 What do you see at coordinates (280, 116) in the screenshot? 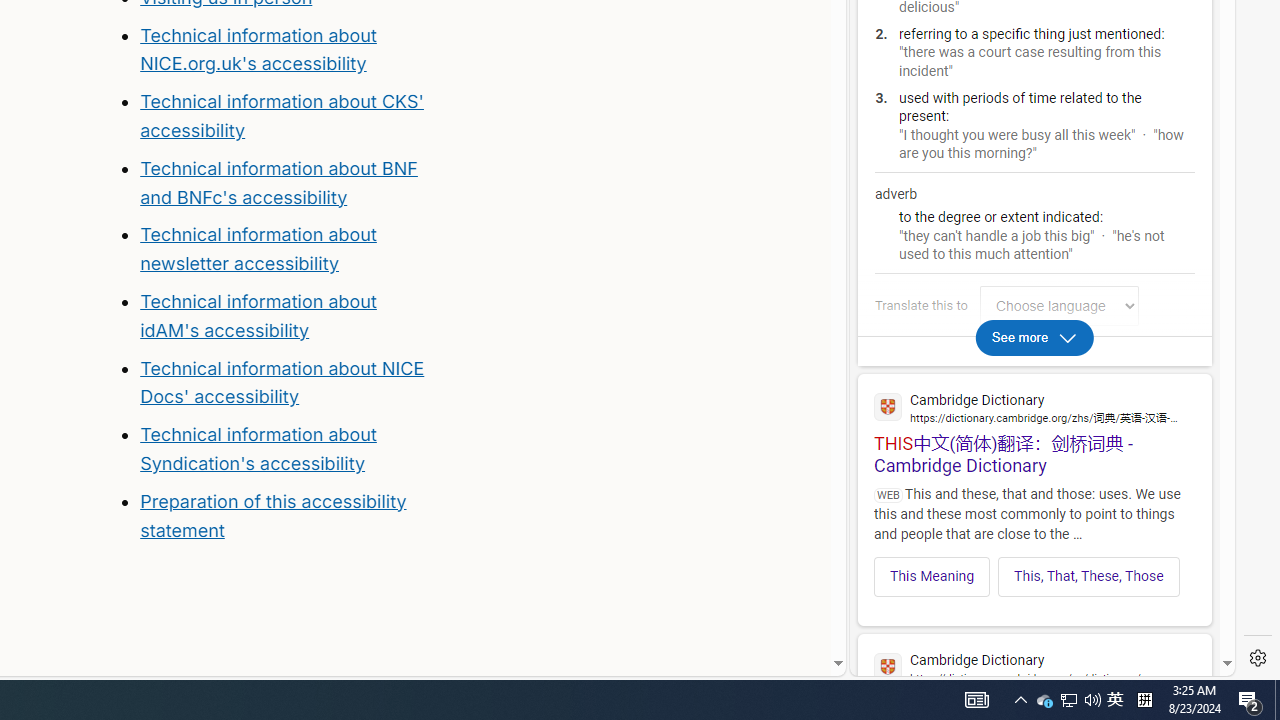
I see `'Technical information about CKS'` at bounding box center [280, 116].